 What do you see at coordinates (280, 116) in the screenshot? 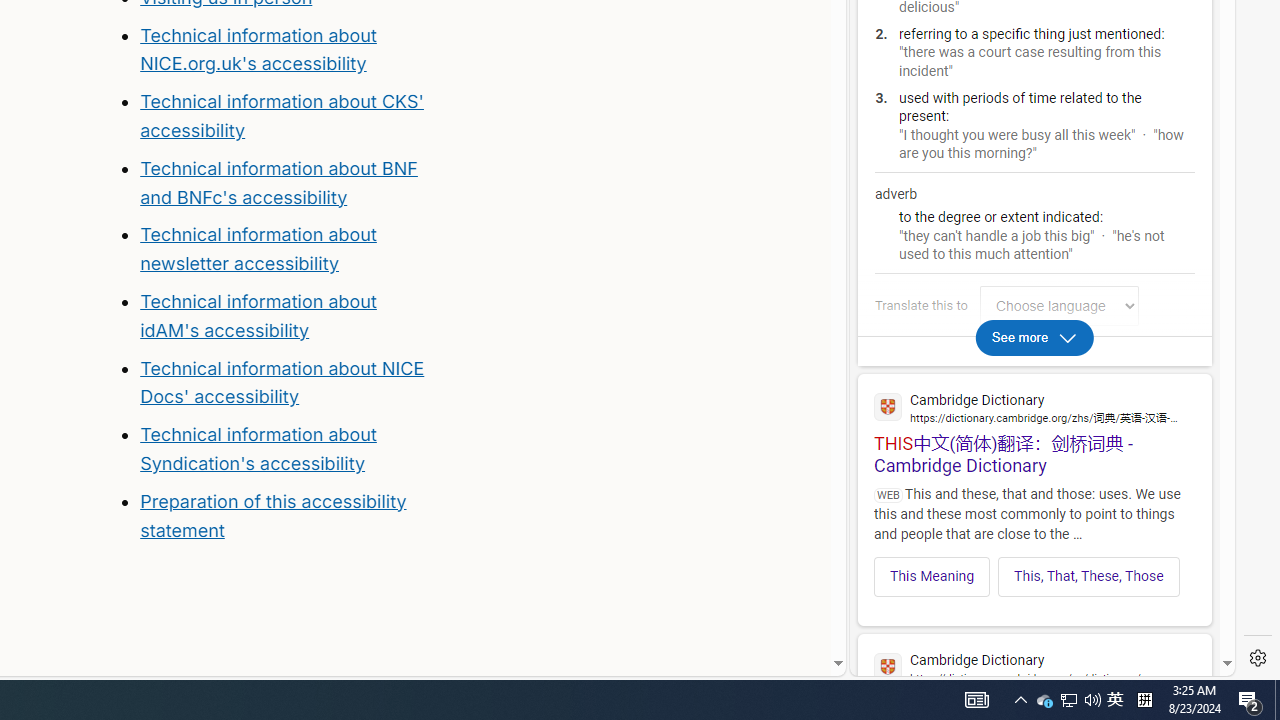
I see `'Technical information about CKS'` at bounding box center [280, 116].